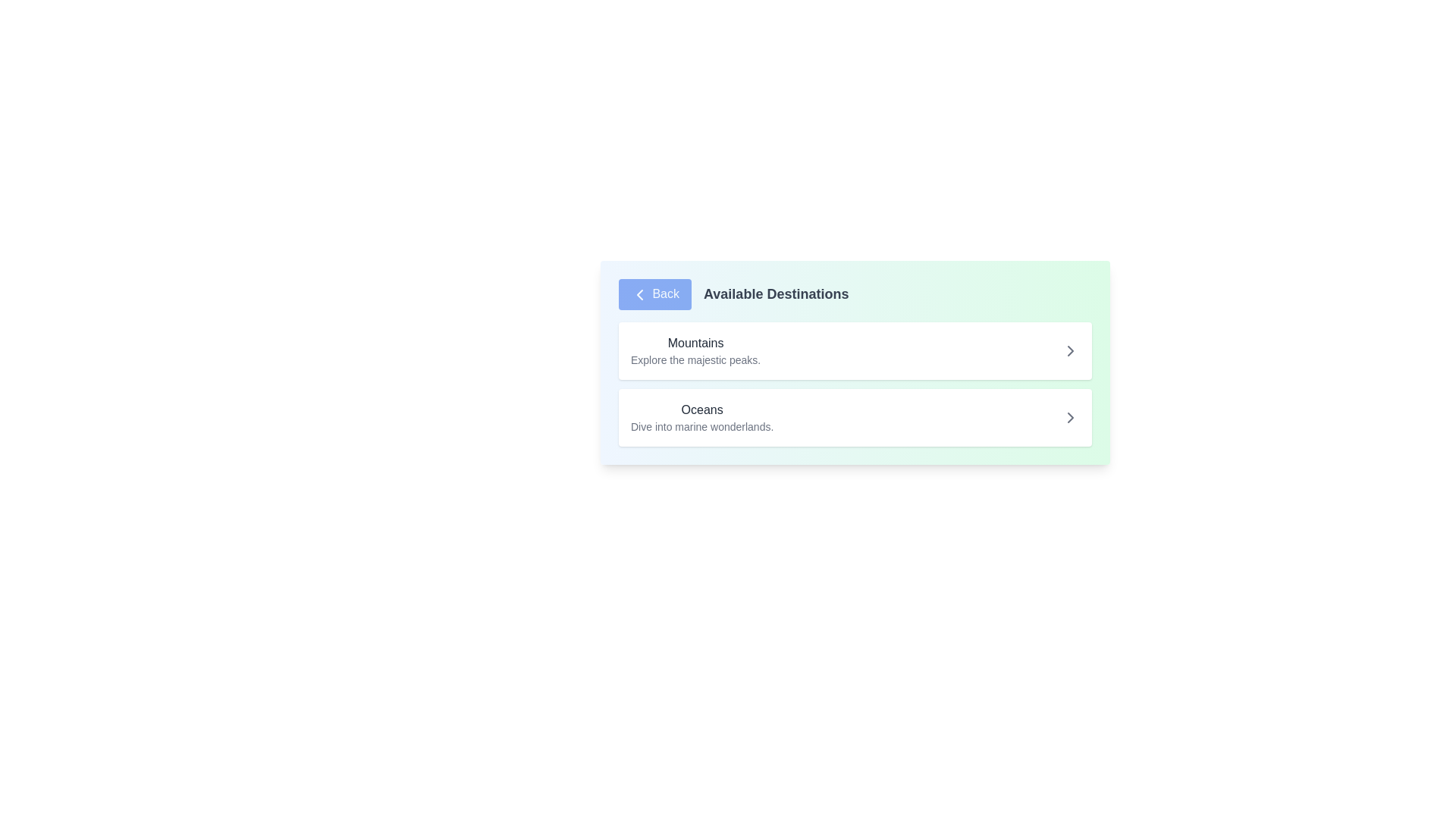 Image resolution: width=1456 pixels, height=819 pixels. What do you see at coordinates (695, 350) in the screenshot?
I see `the informative text component displaying 'Mountains' in bold, dark gray font, which is part of a list of selectable destinations` at bounding box center [695, 350].